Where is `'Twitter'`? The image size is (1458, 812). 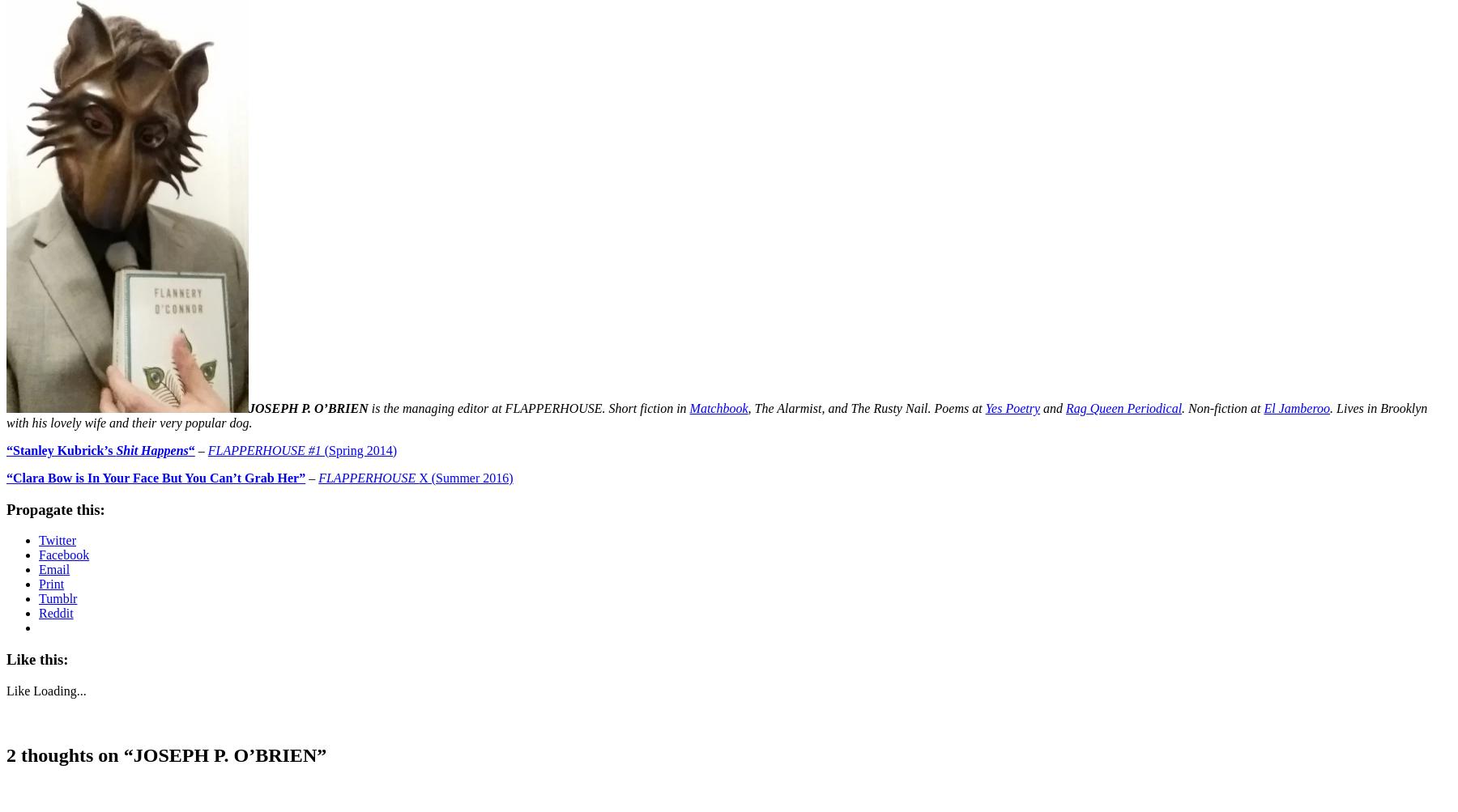
'Twitter' is located at coordinates (38, 540).